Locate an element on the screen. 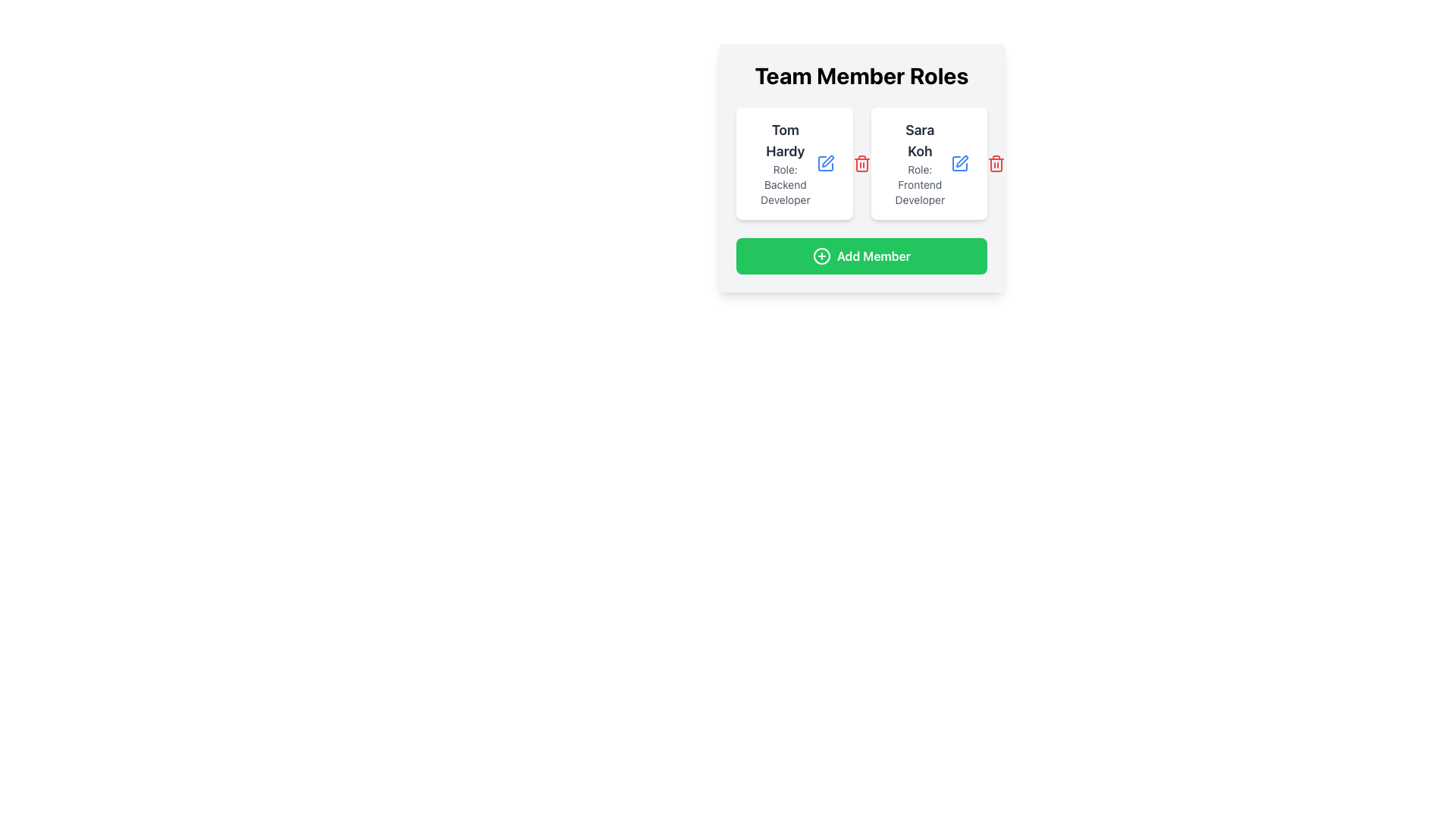  the blue pencil icon next to 'Sara Koh's details in the 'Team Member Roles' card is located at coordinates (959, 164).